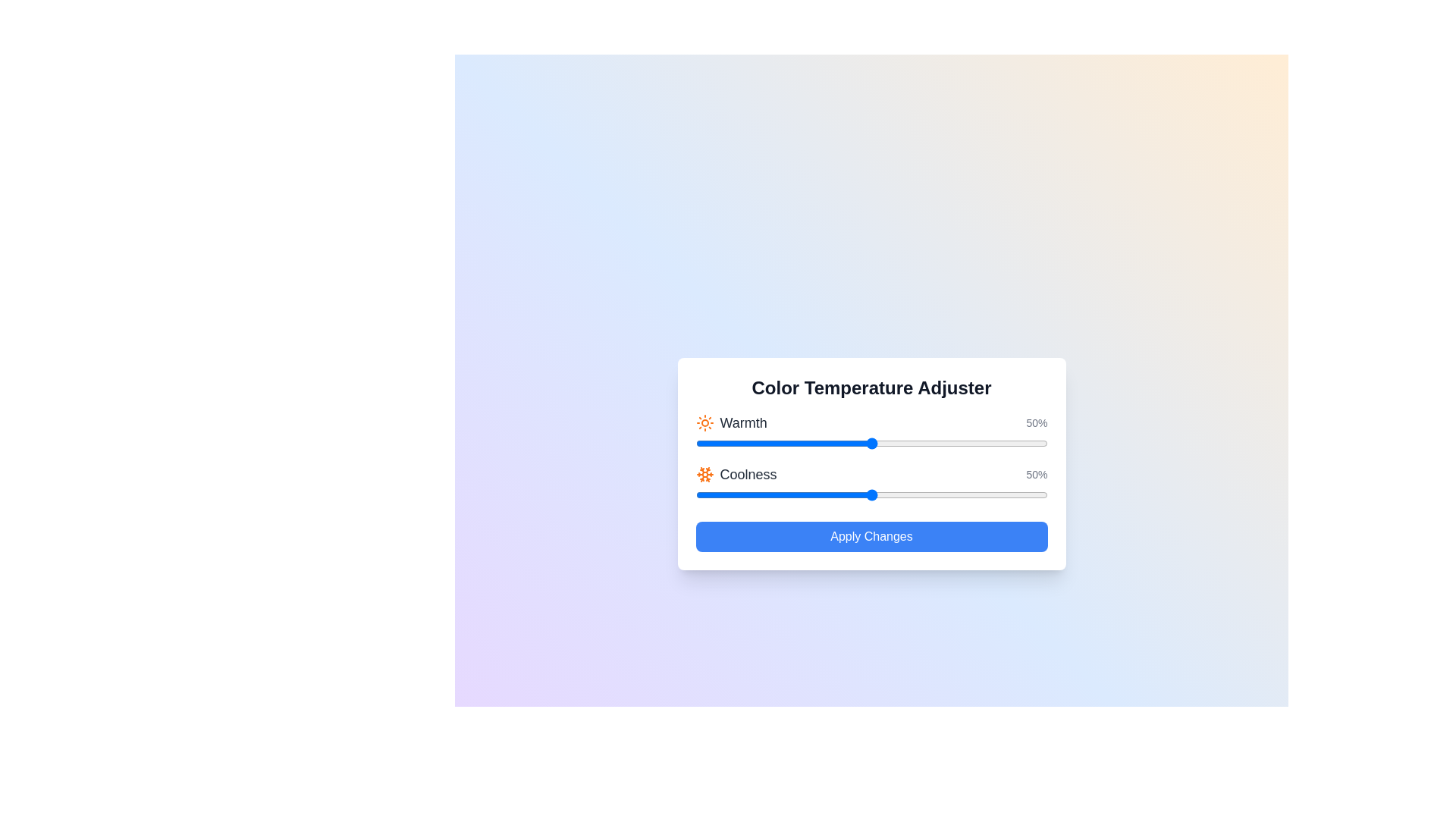 The height and width of the screenshot is (819, 1456). What do you see at coordinates (878, 444) in the screenshot?
I see `the 'Warmth' slider to 52%` at bounding box center [878, 444].